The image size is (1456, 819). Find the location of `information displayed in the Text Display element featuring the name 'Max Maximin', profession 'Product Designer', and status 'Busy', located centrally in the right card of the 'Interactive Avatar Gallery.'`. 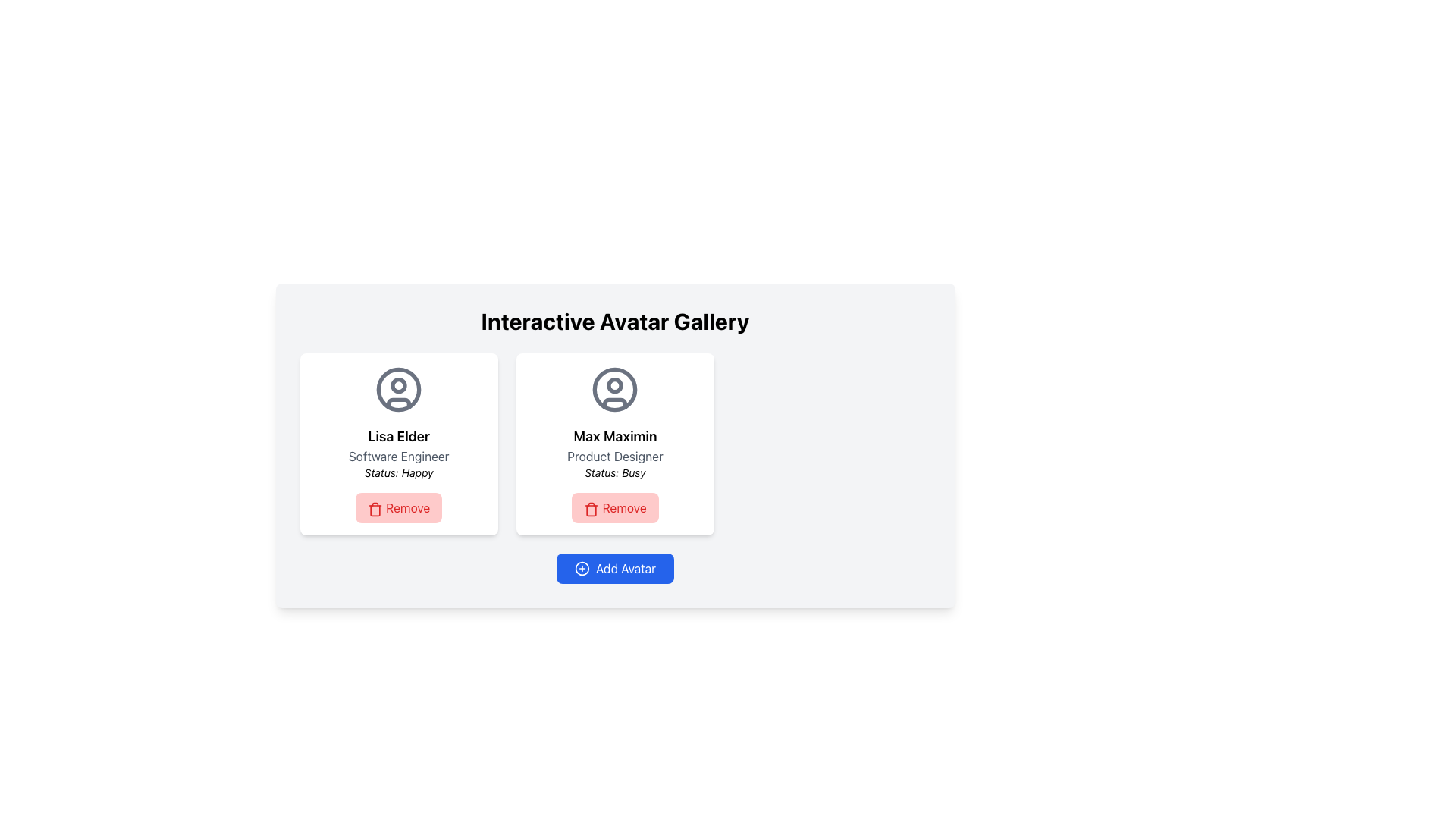

information displayed in the Text Display element featuring the name 'Max Maximin', profession 'Product Designer', and status 'Busy', located centrally in the right card of the 'Interactive Avatar Gallery.' is located at coordinates (615, 452).